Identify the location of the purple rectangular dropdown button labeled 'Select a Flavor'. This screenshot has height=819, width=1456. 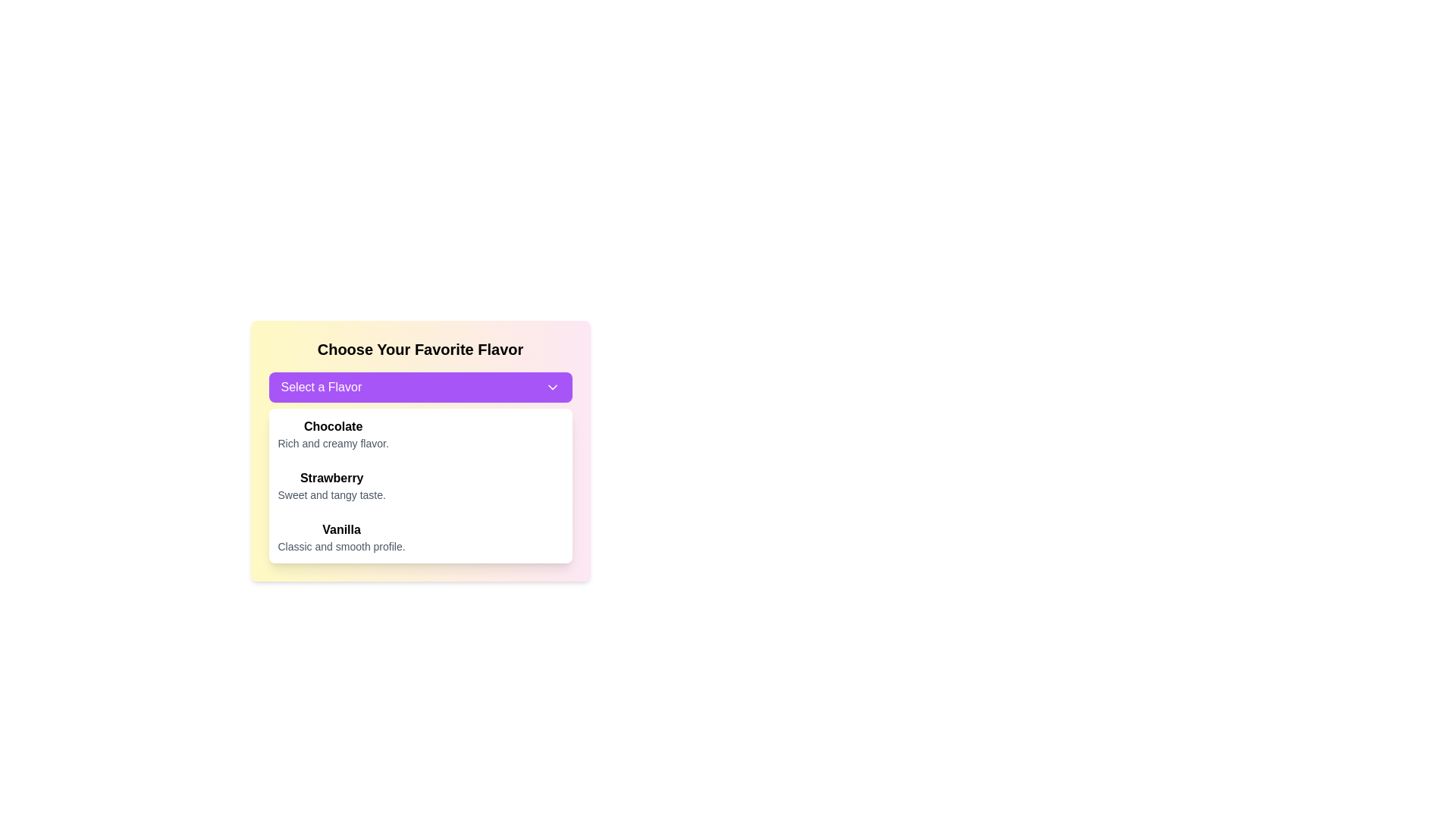
(420, 386).